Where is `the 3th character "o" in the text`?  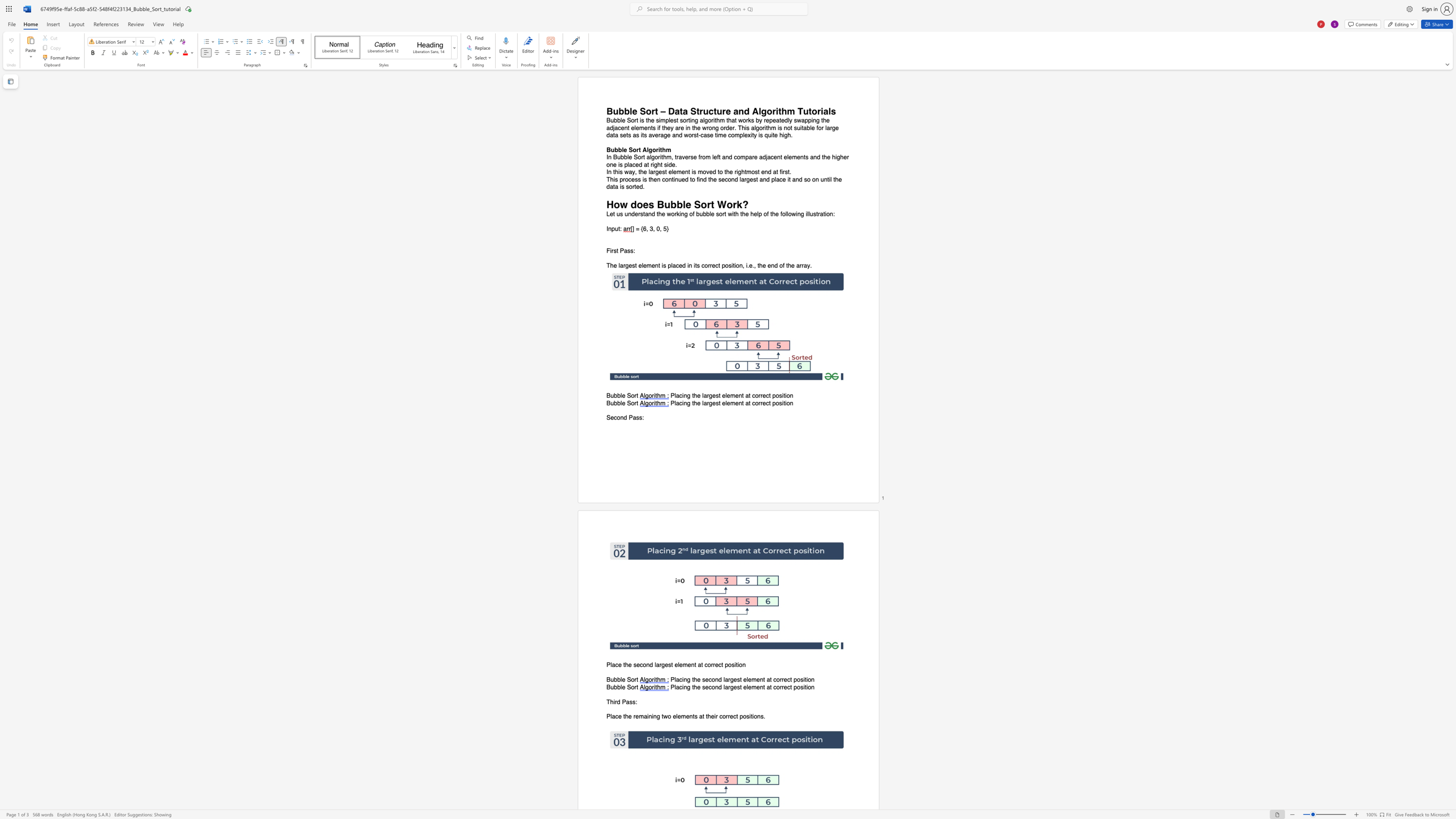 the 3th character "o" in the text is located at coordinates (703, 204).